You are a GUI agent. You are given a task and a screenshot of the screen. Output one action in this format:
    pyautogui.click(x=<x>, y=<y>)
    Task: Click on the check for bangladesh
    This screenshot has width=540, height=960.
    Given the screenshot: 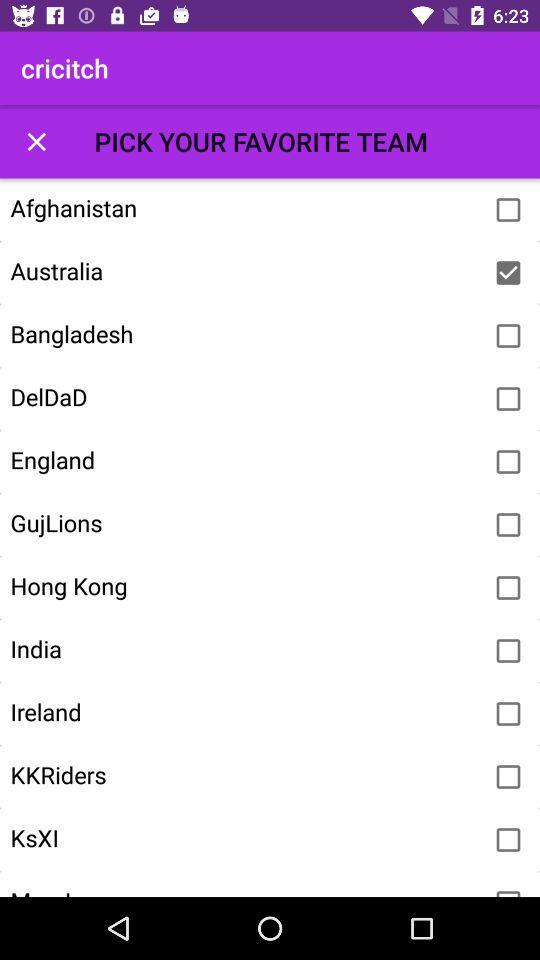 What is the action you would take?
    pyautogui.click(x=508, y=336)
    